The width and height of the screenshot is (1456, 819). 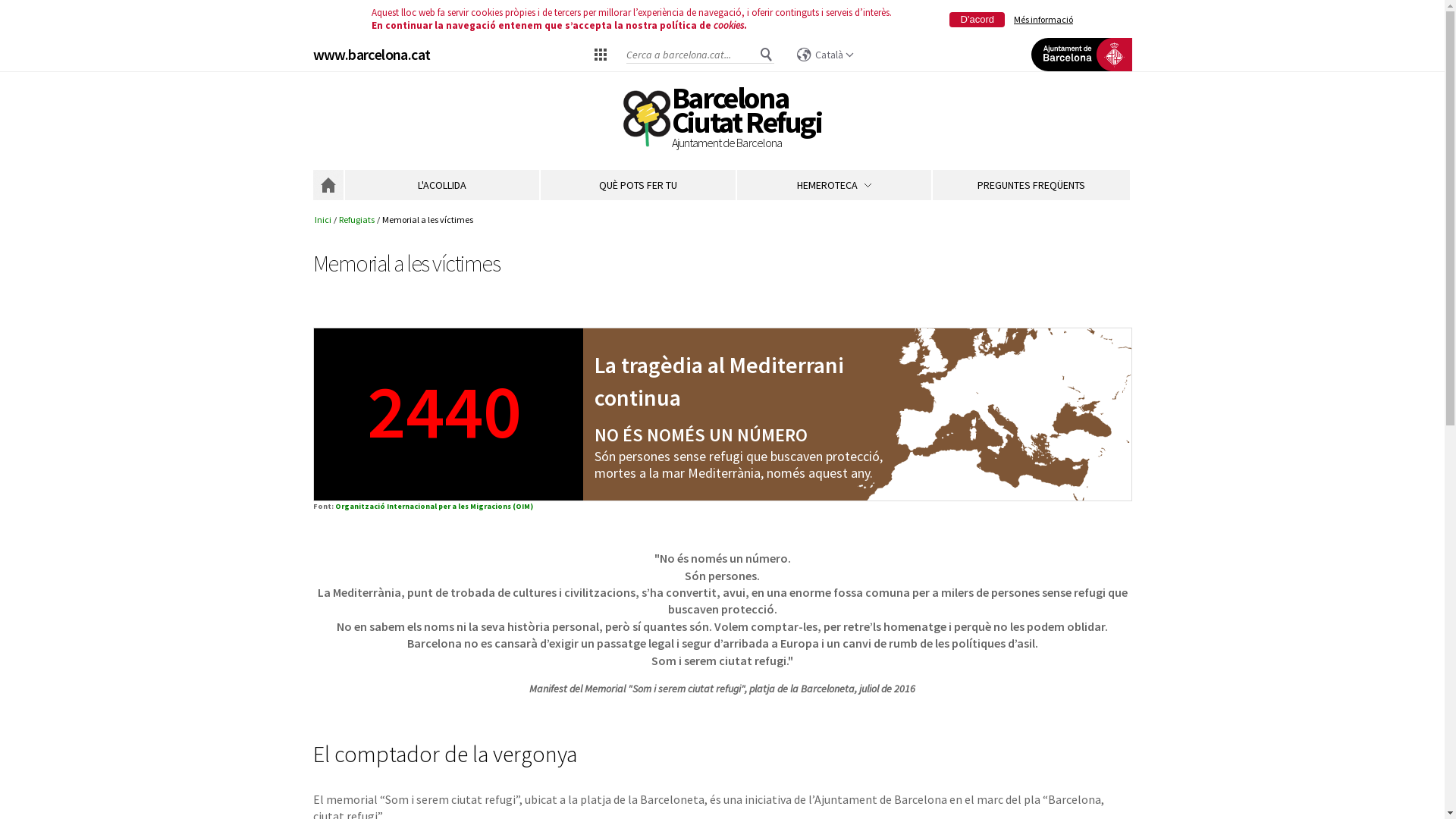 I want to click on 'HEMEROTECA', so click(x=833, y=184).